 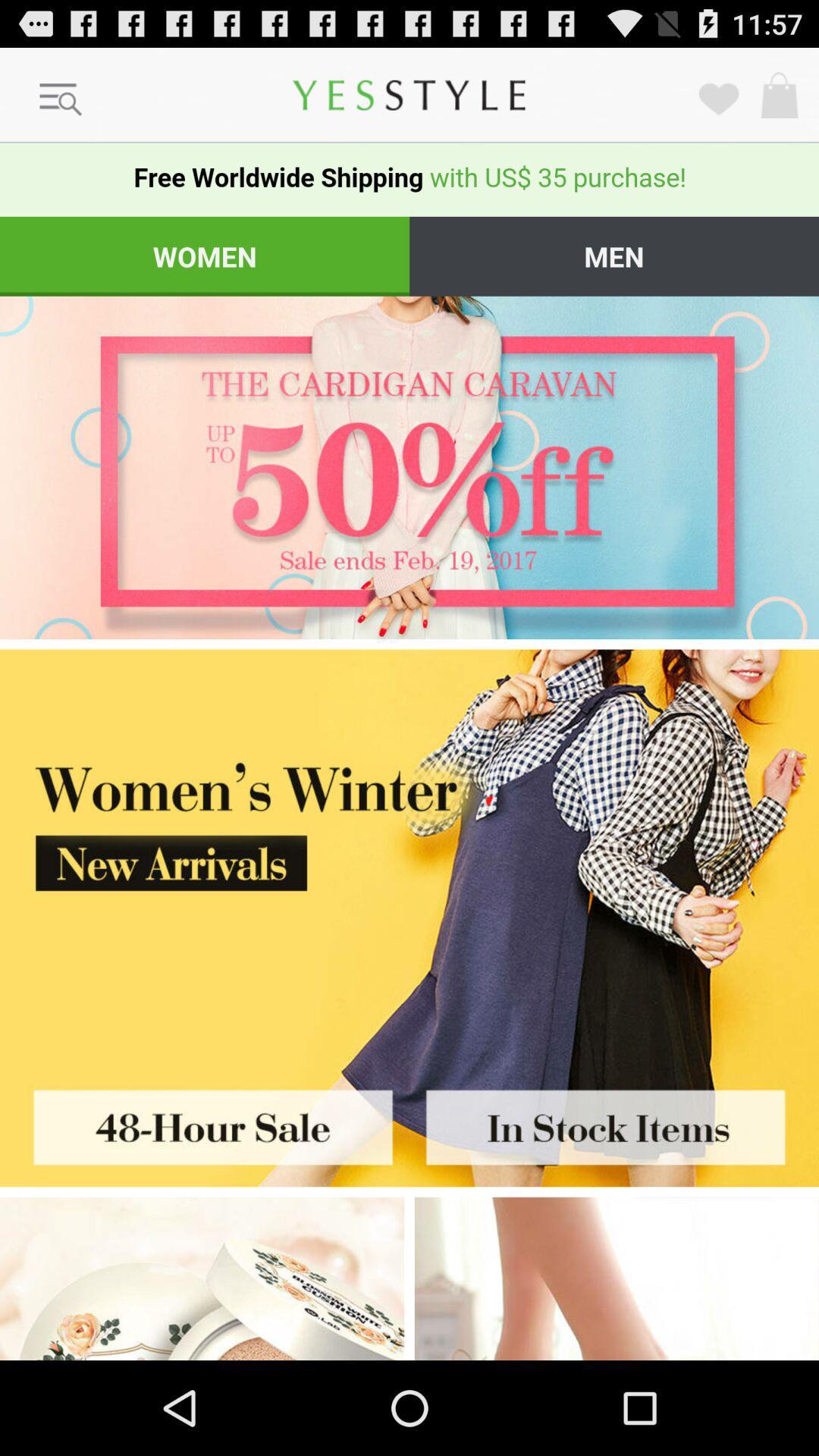 What do you see at coordinates (201, 1278) in the screenshot?
I see `adventisment page` at bounding box center [201, 1278].